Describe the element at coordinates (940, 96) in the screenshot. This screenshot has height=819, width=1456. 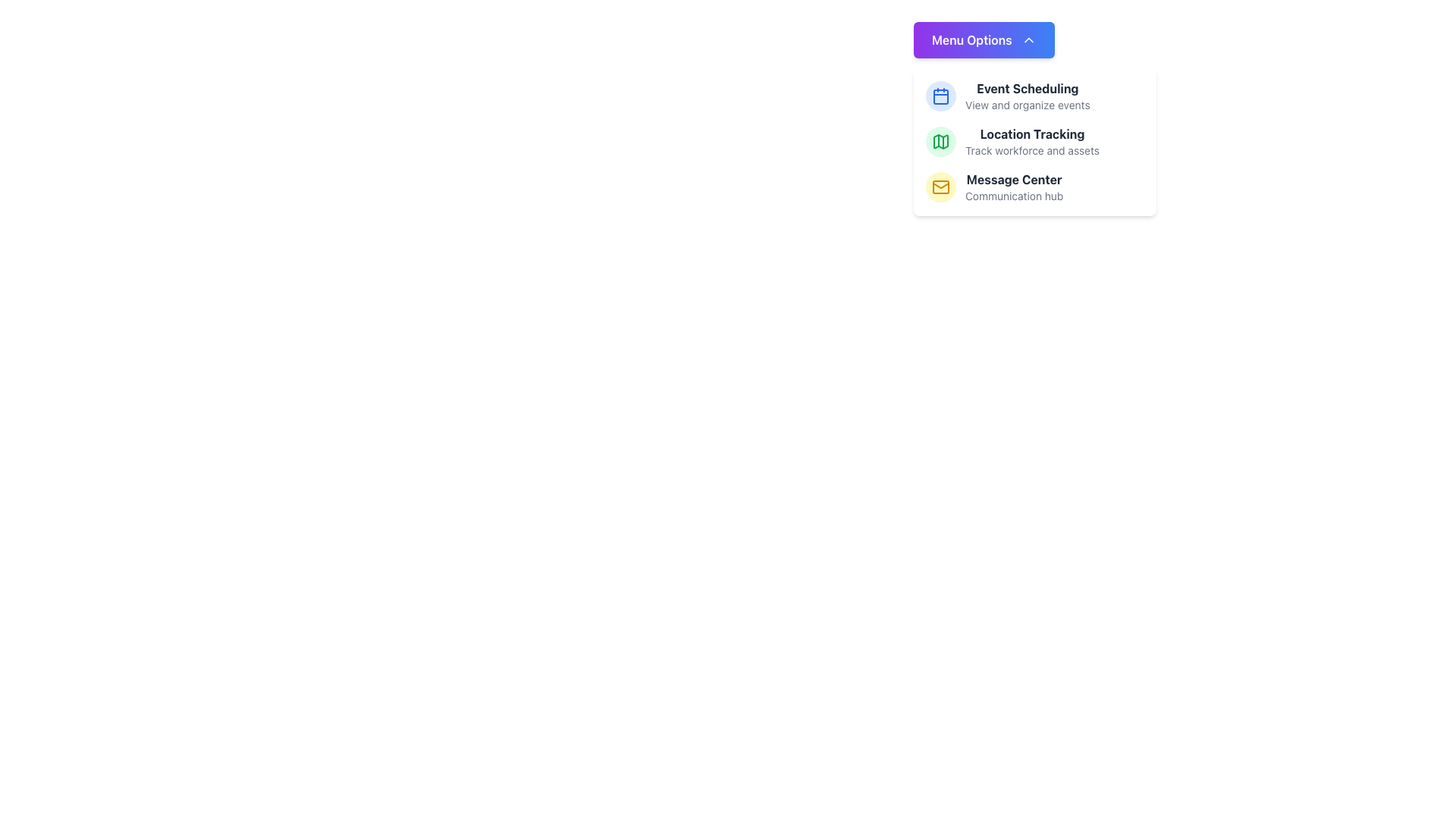
I see `the 'Event Scheduling' icon with a circular background` at that location.